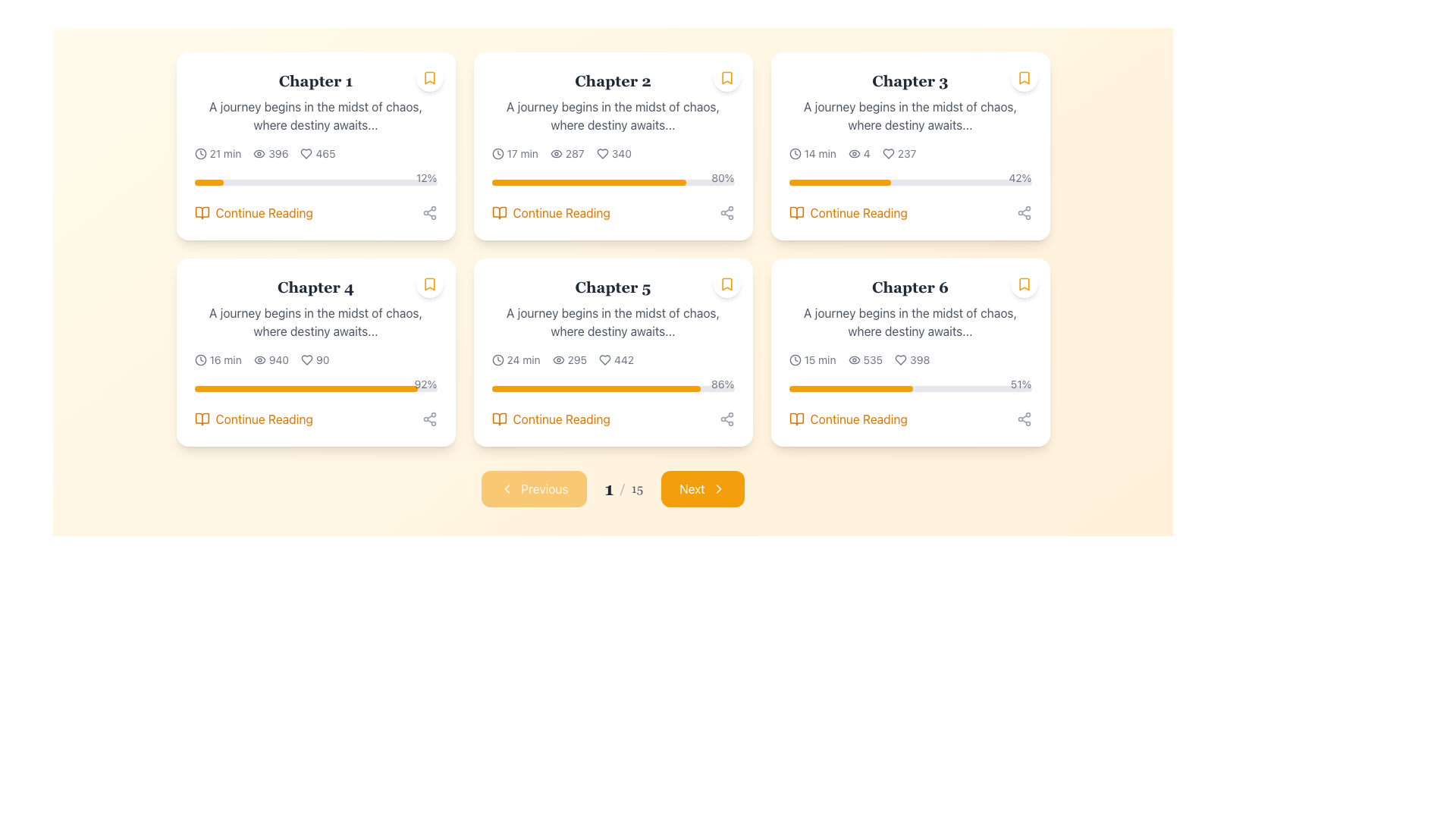 The image size is (1456, 819). What do you see at coordinates (199, 359) in the screenshot?
I see `the circle within the clock icon located in the 'Chapter 4' card, which is positioned before the '16 min' text denoting the reading time` at bounding box center [199, 359].